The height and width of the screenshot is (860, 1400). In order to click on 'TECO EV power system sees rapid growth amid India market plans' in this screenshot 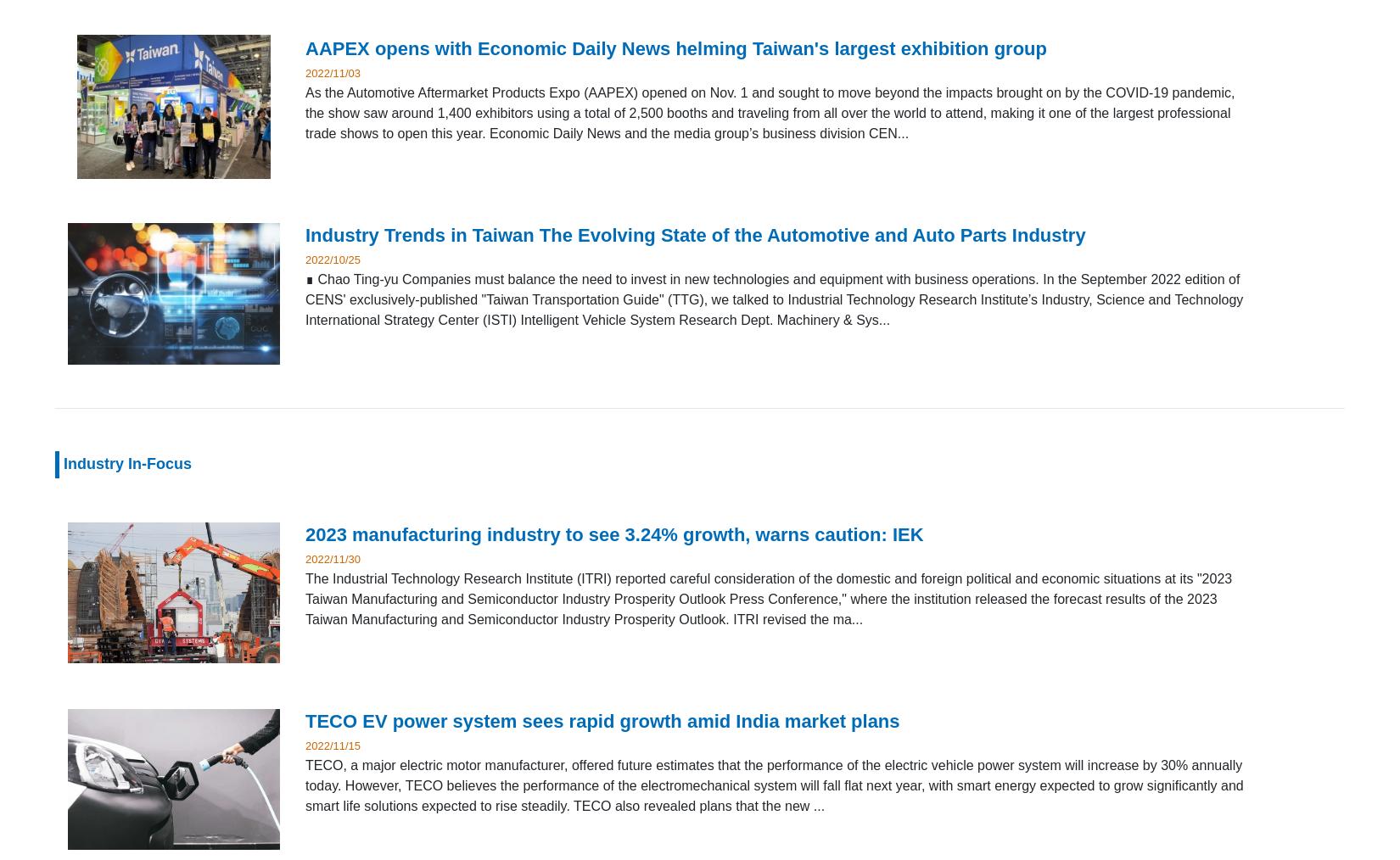, I will do `click(601, 719)`.